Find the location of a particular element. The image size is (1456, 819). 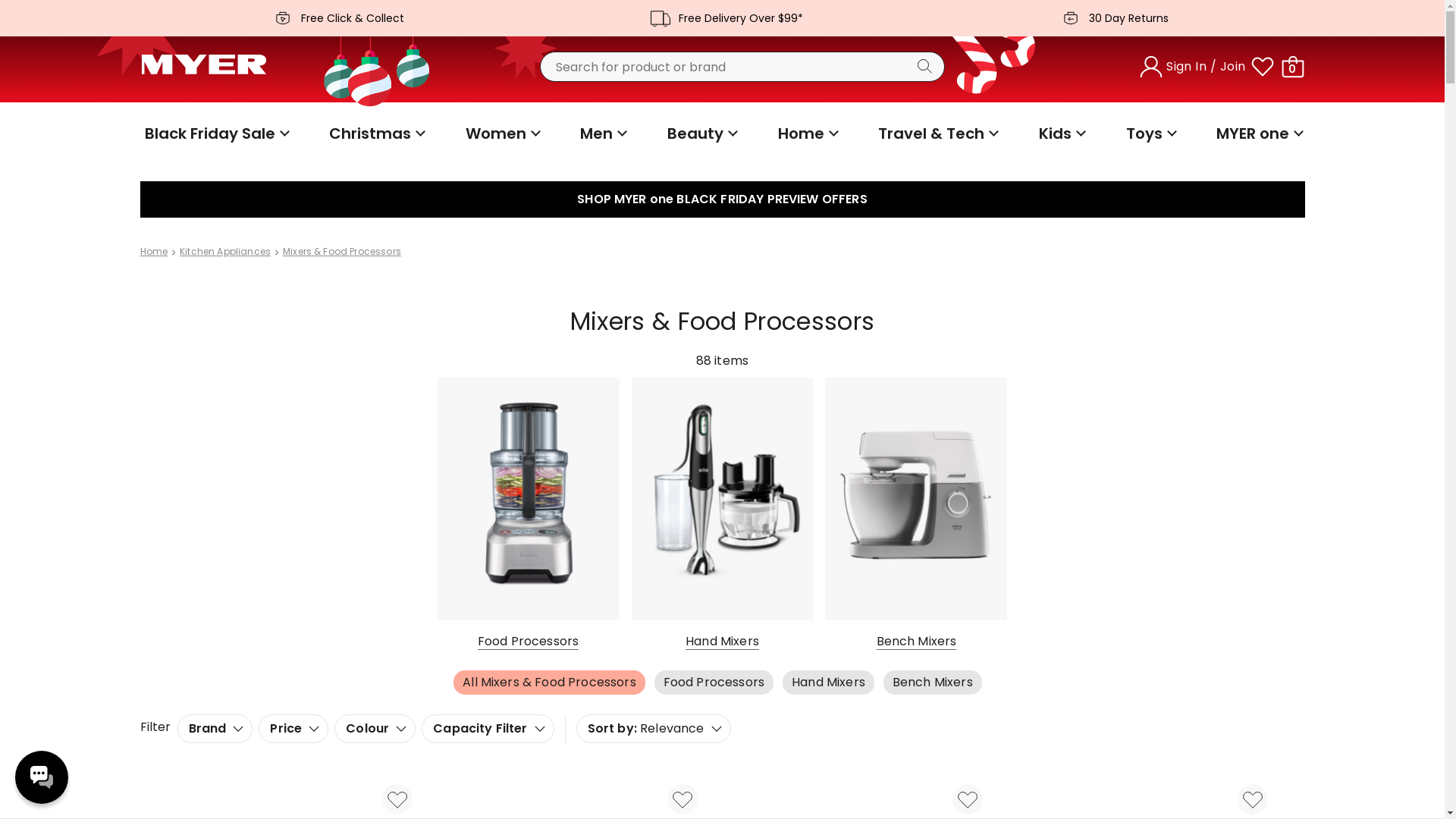

'Kids' is located at coordinates (1033, 133).